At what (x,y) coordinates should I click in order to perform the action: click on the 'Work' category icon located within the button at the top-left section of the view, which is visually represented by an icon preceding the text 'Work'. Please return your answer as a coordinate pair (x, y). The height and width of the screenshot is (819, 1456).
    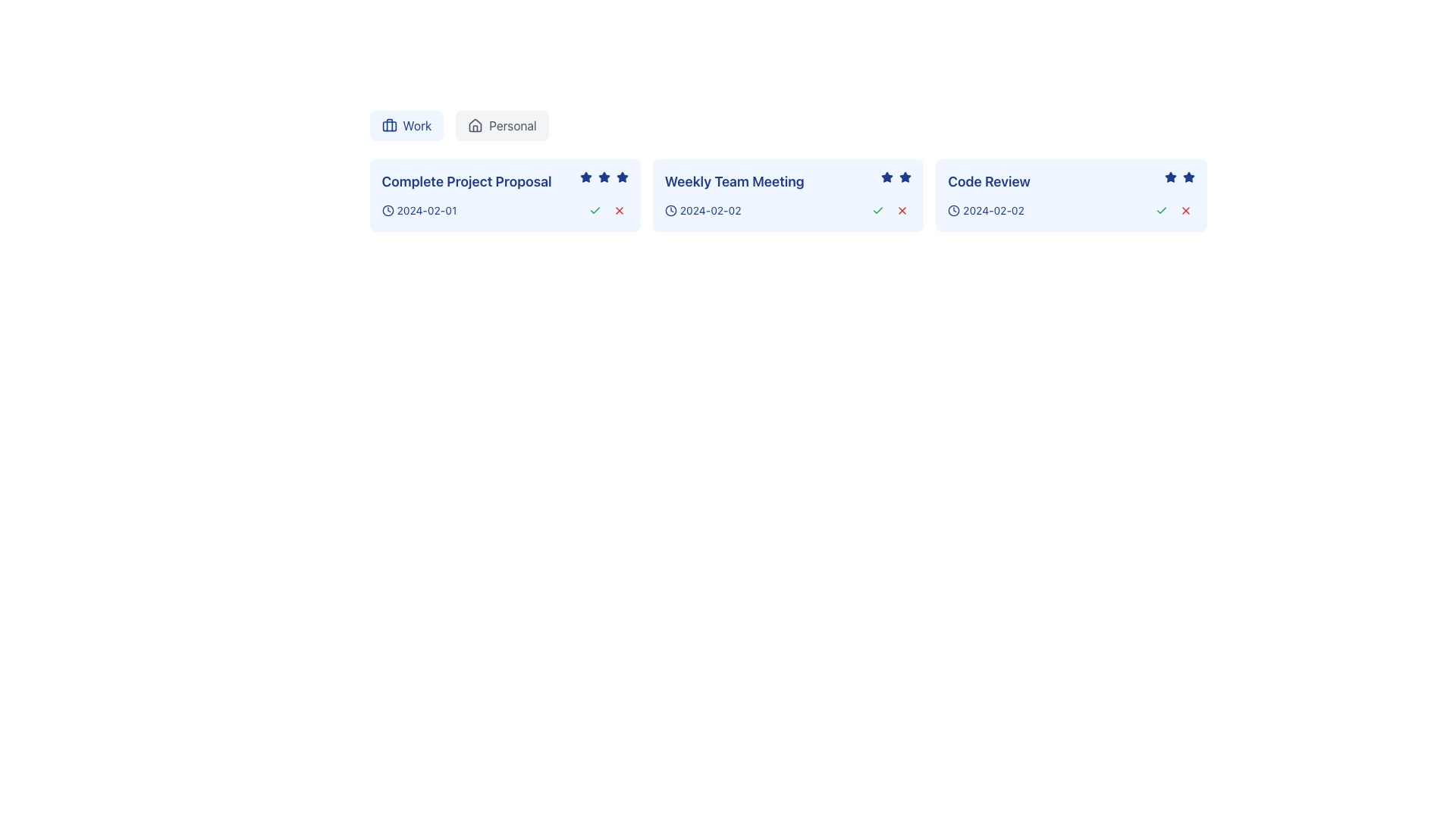
    Looking at the image, I should click on (389, 124).